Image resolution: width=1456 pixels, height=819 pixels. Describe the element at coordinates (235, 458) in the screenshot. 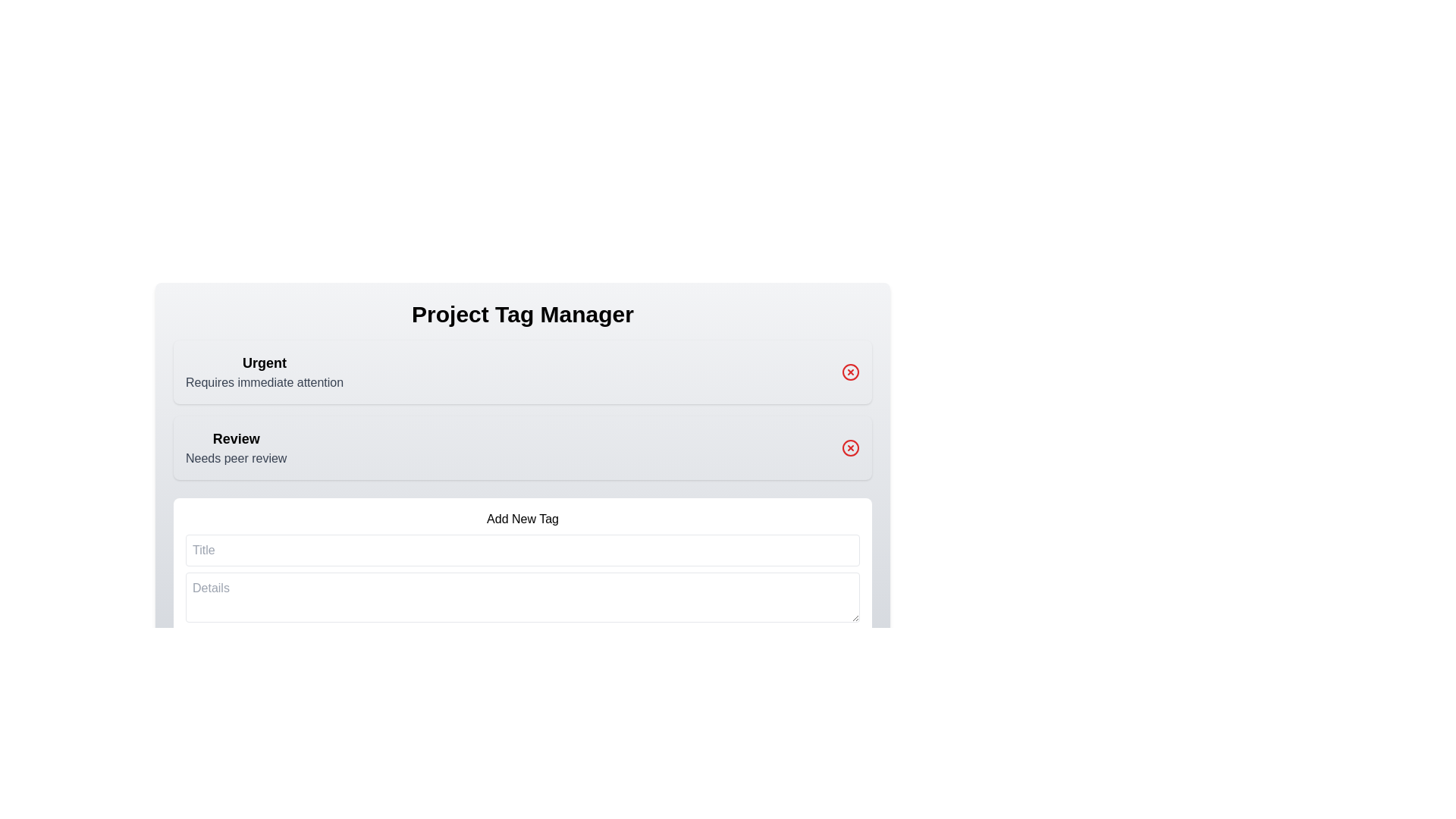

I see `status information from the text label located directly below the 'Review' tag within the panel` at that location.